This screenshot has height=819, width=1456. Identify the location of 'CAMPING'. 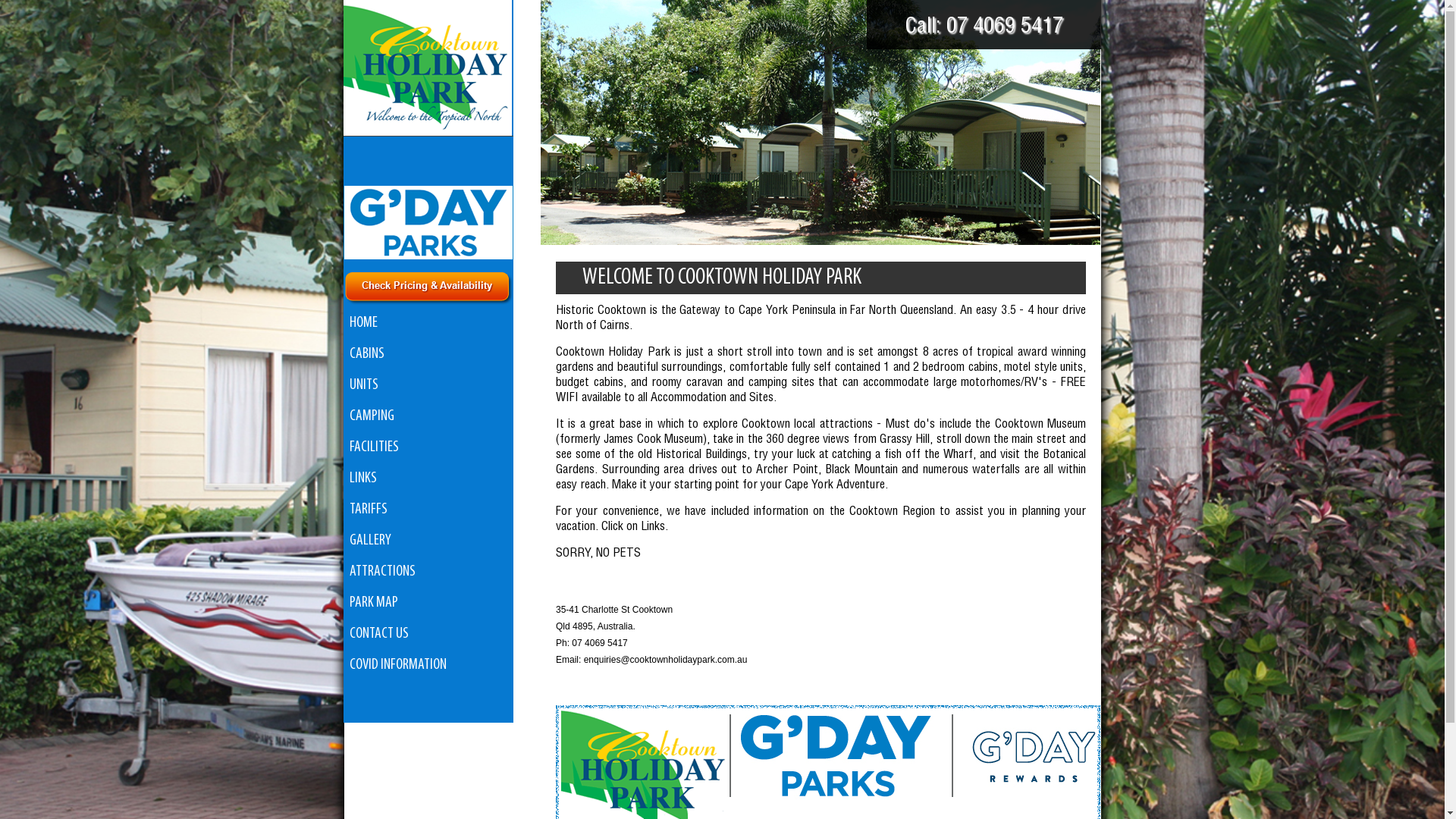
(428, 416).